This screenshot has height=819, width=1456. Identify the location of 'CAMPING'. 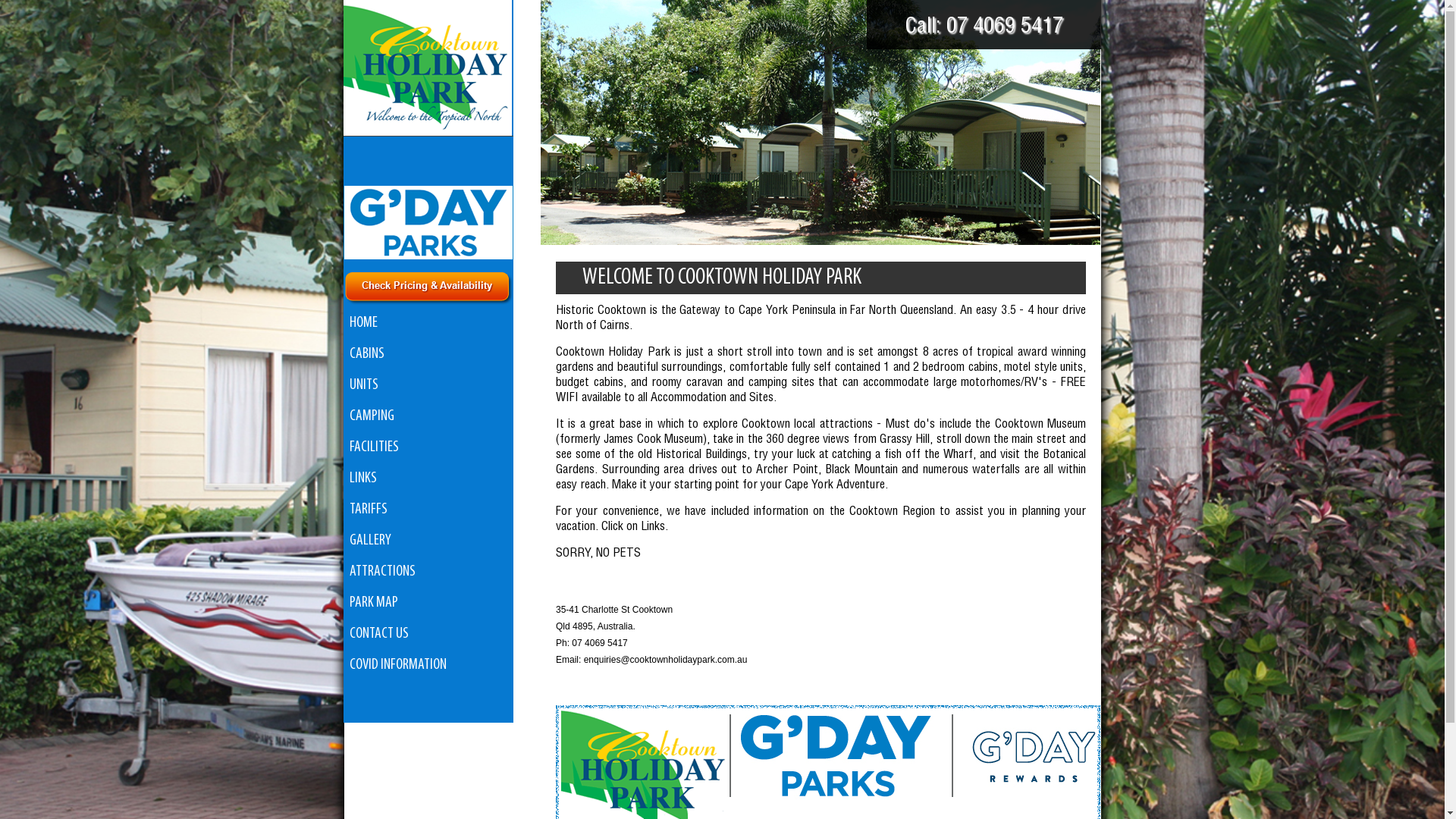
(428, 416).